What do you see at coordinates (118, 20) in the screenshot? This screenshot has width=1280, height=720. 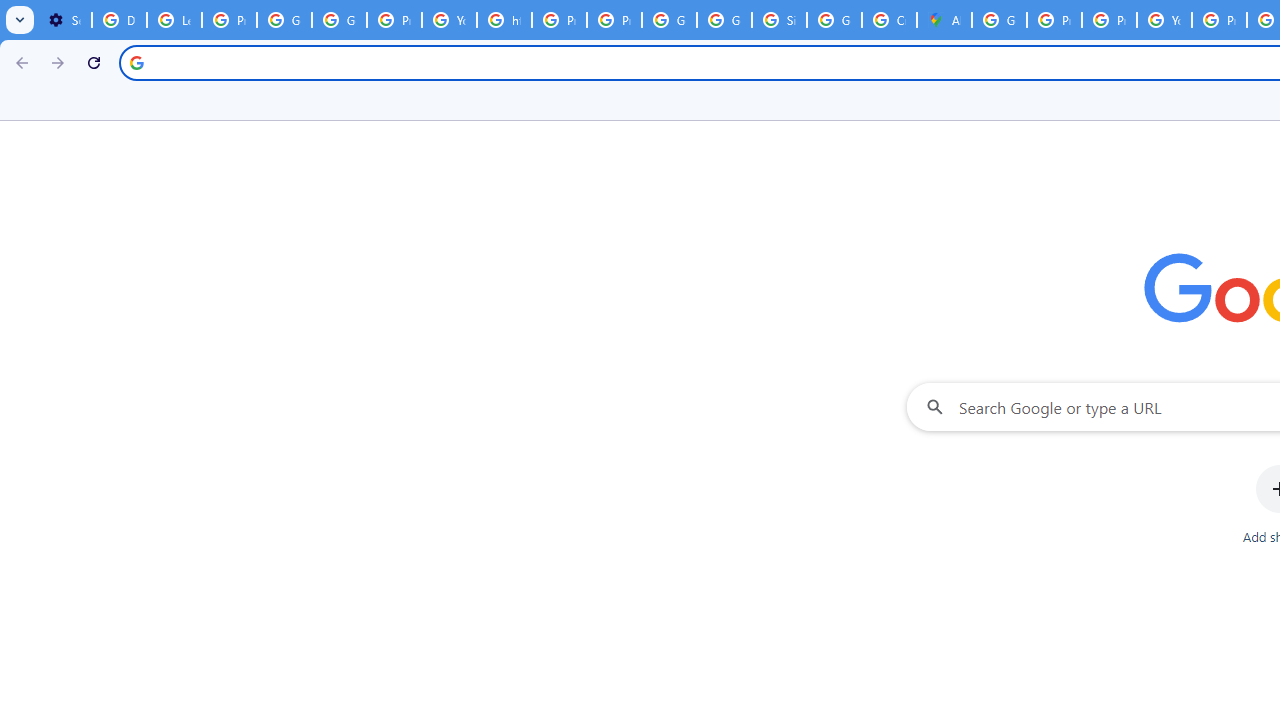 I see `'Delete photos & videos - Computer - Google Photos Help'` at bounding box center [118, 20].